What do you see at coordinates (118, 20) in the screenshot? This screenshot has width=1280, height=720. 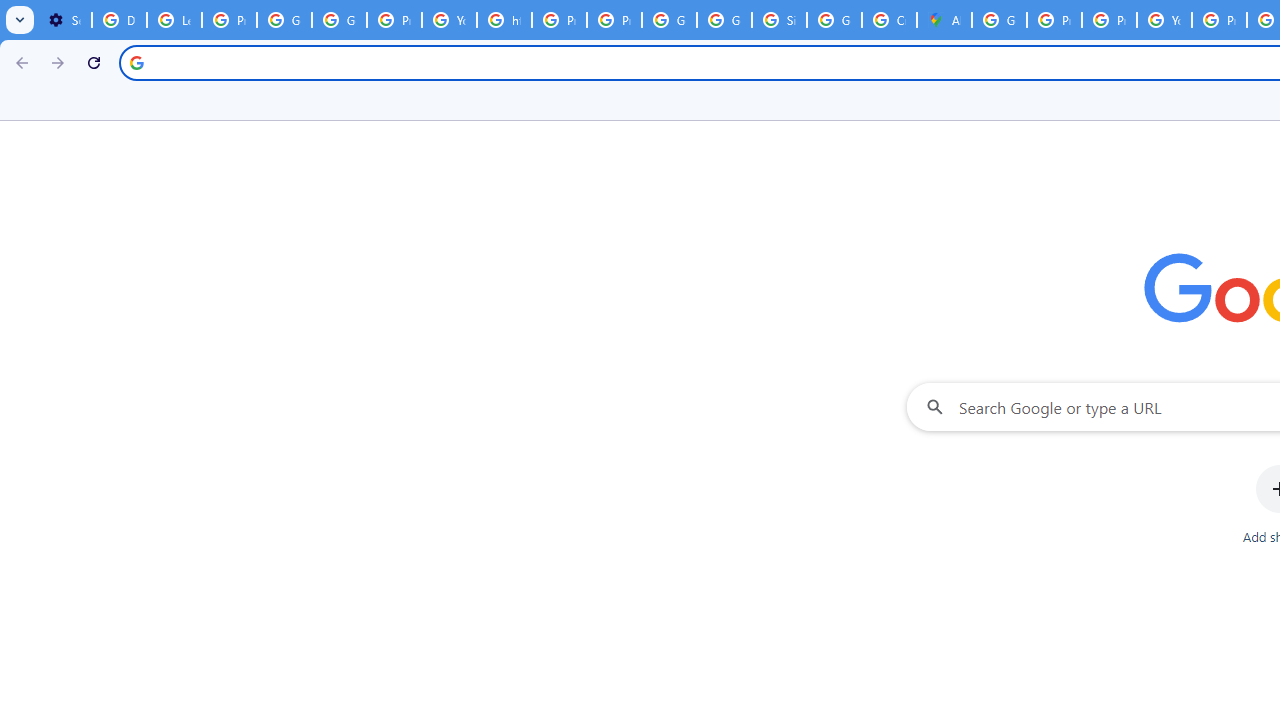 I see `'Delete photos & videos - Computer - Google Photos Help'` at bounding box center [118, 20].